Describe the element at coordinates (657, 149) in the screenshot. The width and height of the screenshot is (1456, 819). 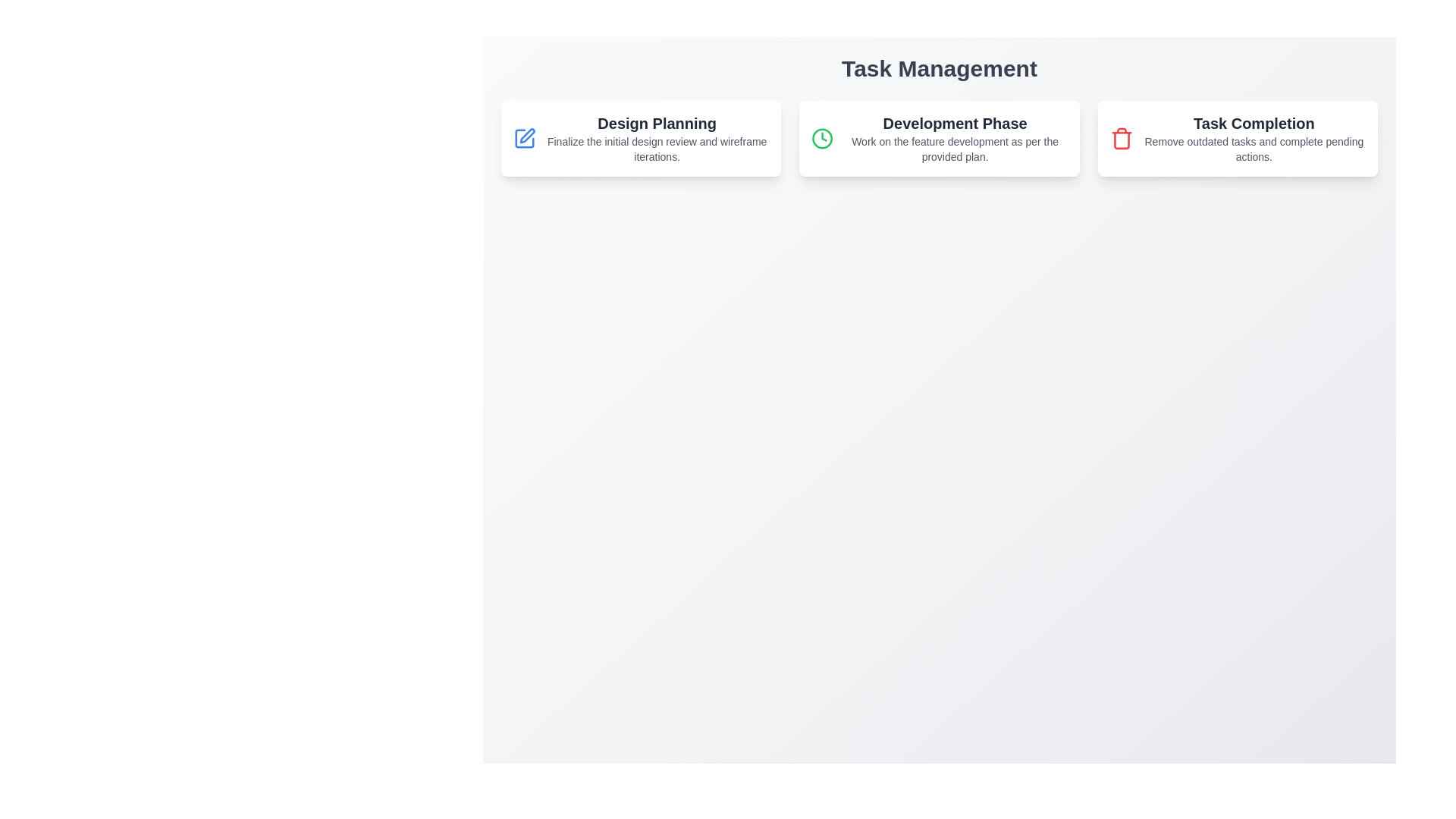
I see `the text element that provides details of the task associated with the 'Design Planning' phase, which is centered horizontally within the first panel titled 'Design Planning.'` at that location.